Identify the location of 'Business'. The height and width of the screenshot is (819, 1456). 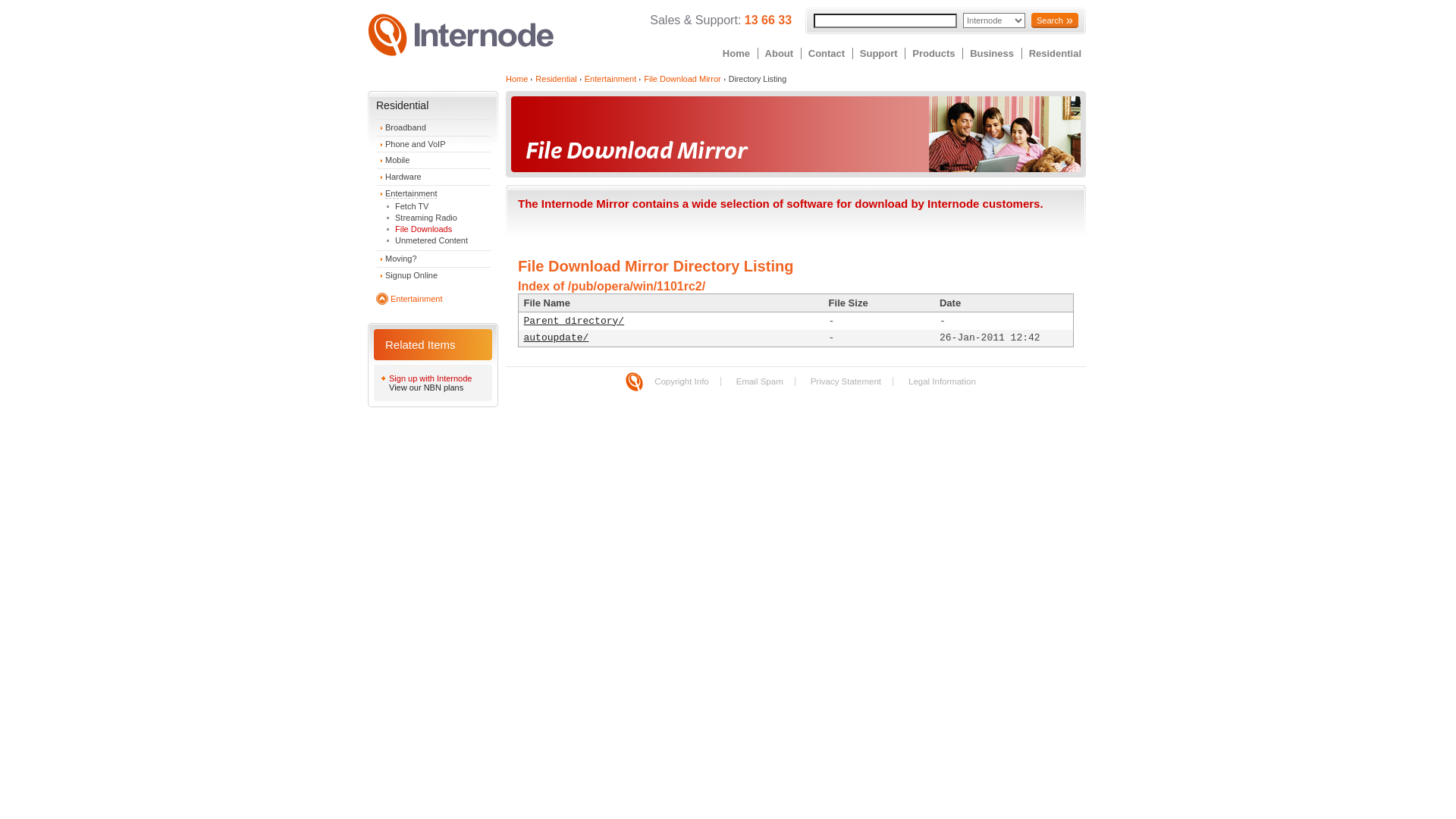
(992, 52).